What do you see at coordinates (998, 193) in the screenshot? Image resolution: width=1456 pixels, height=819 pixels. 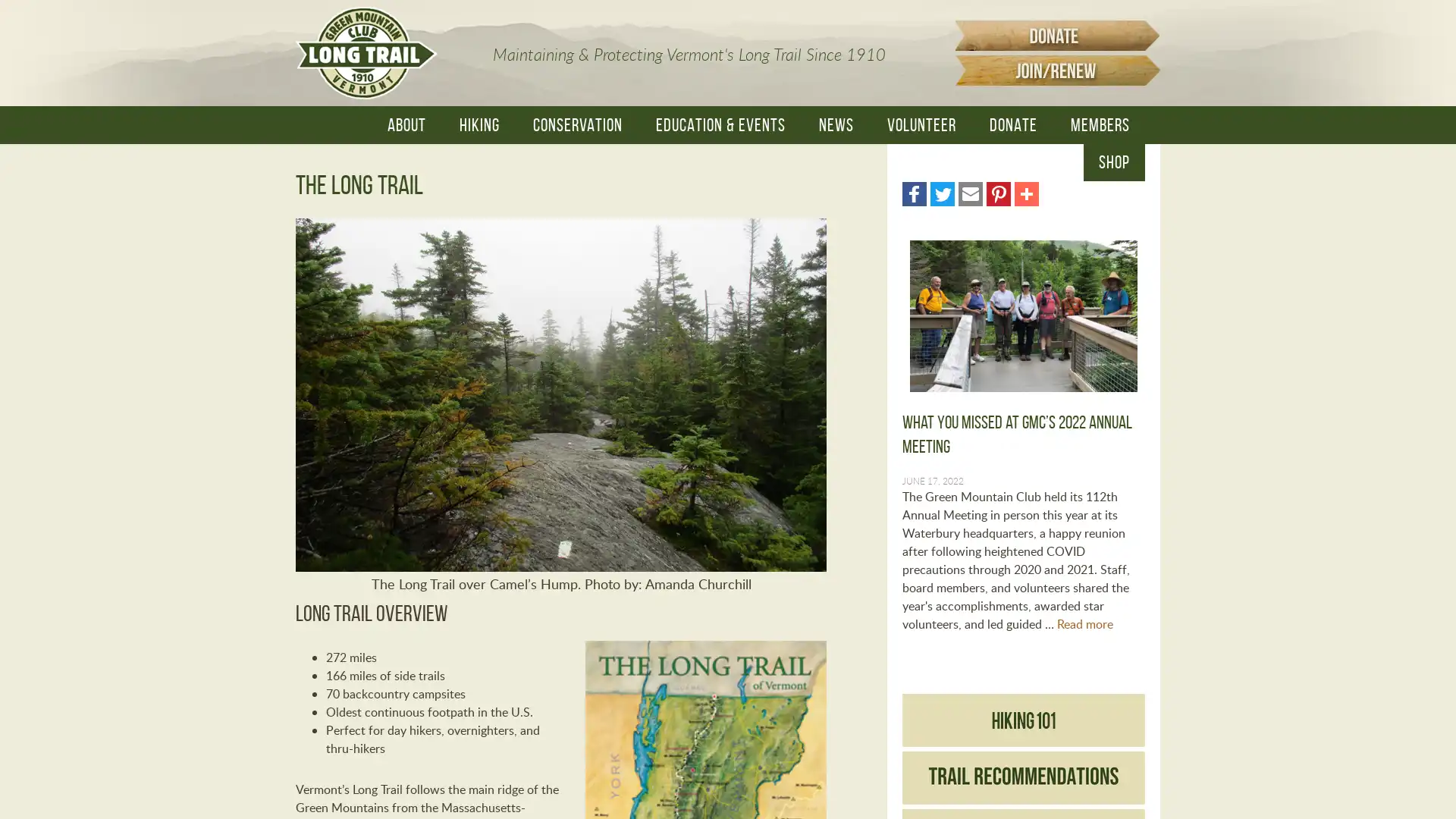 I see `Share to Pinterest` at bounding box center [998, 193].